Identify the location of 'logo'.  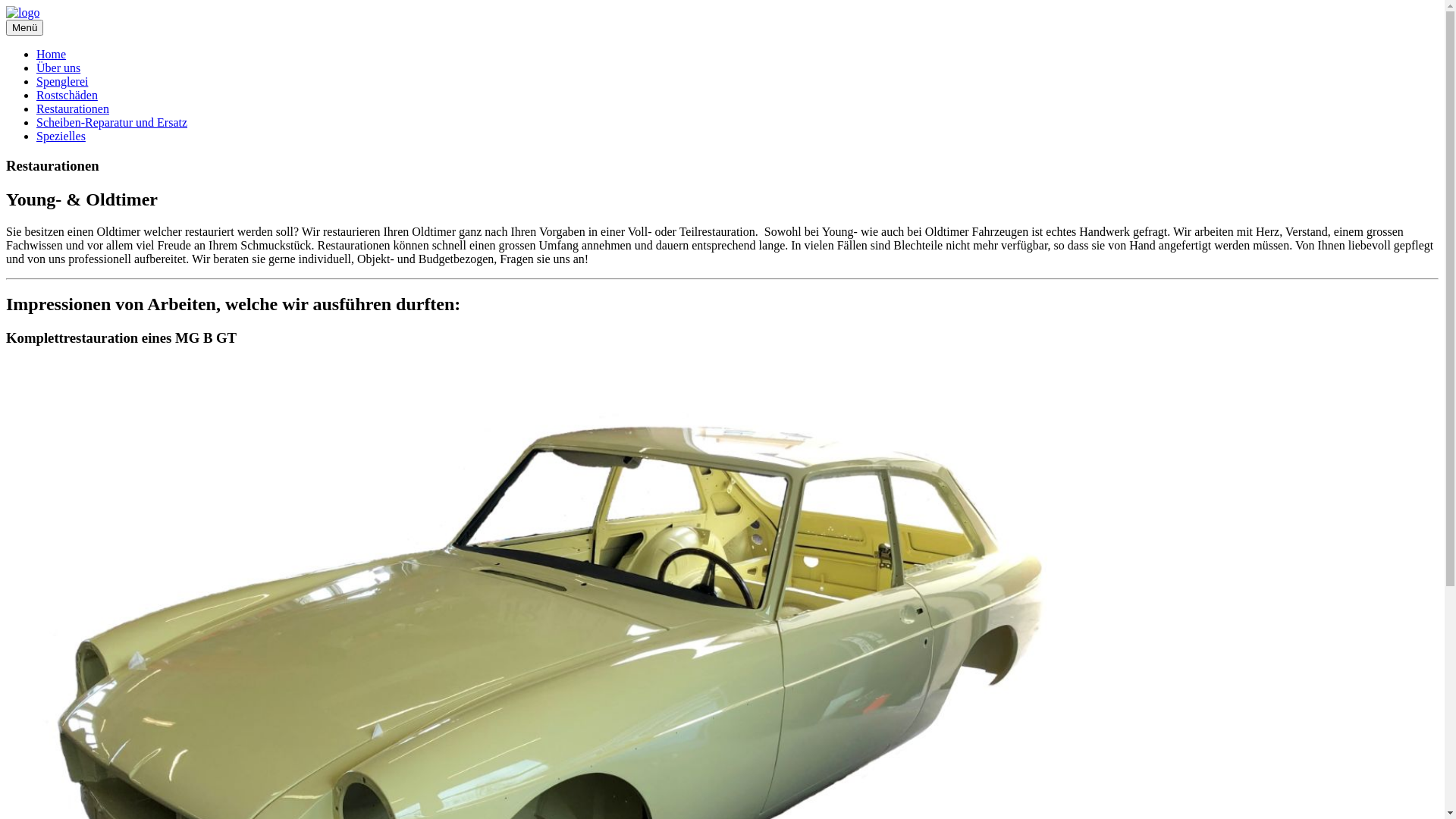
(22, 12).